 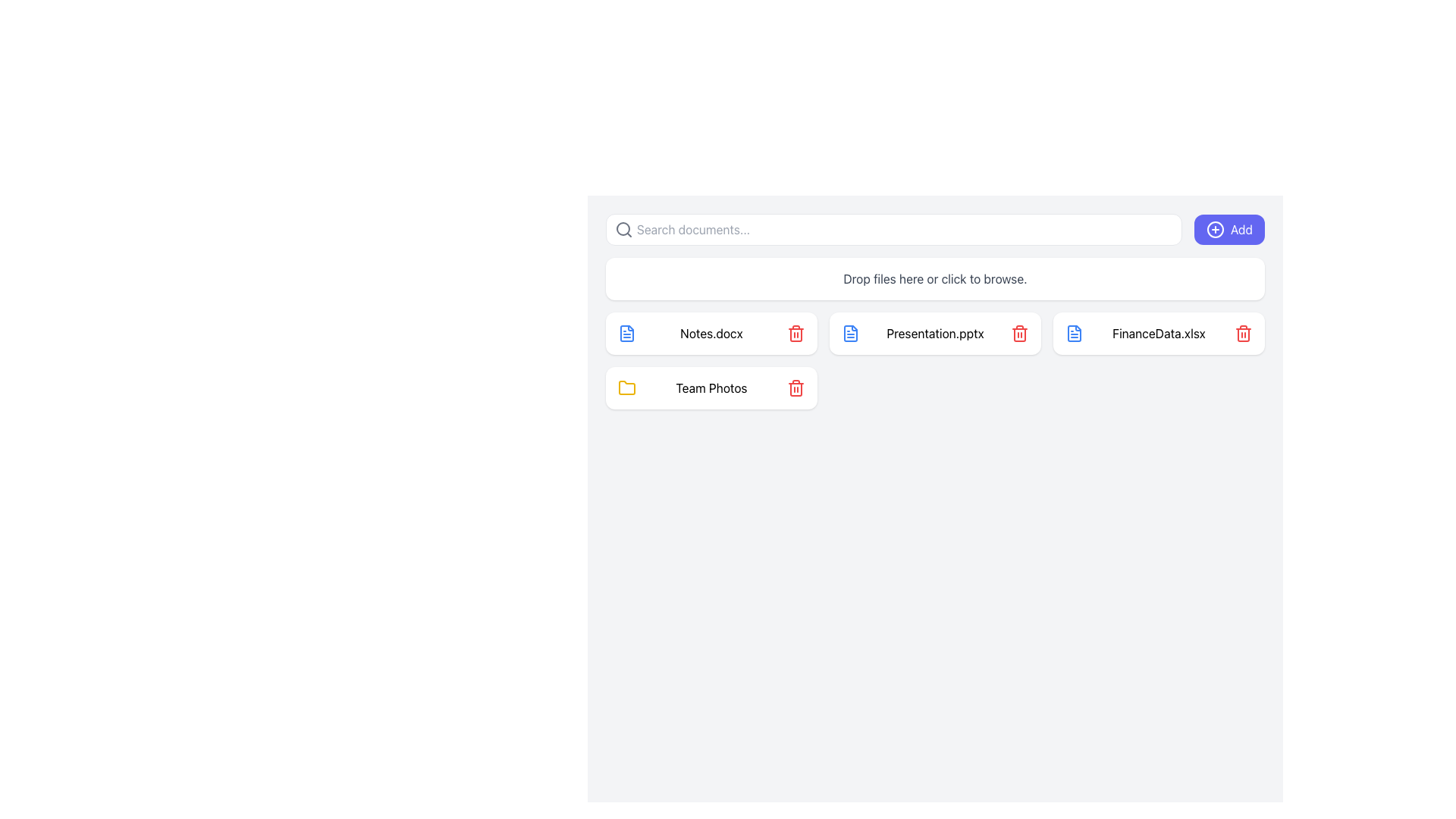 I want to click on the yellow folder icon representing 'Team Photos', which is located in the top-left corner of the section containing the item, so click(x=626, y=388).